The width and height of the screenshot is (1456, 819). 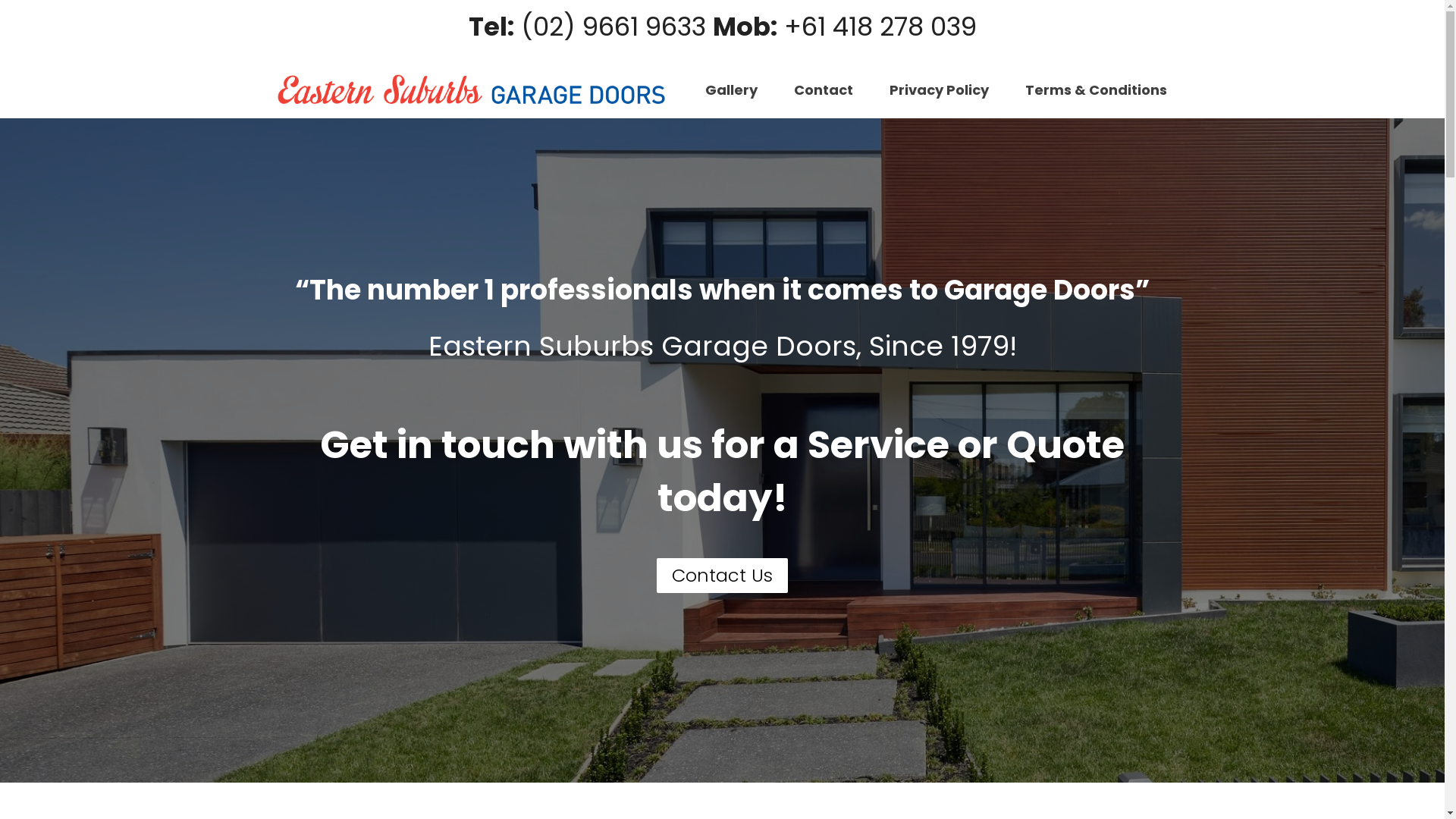 What do you see at coordinates (721, 576) in the screenshot?
I see `'Contact Us'` at bounding box center [721, 576].